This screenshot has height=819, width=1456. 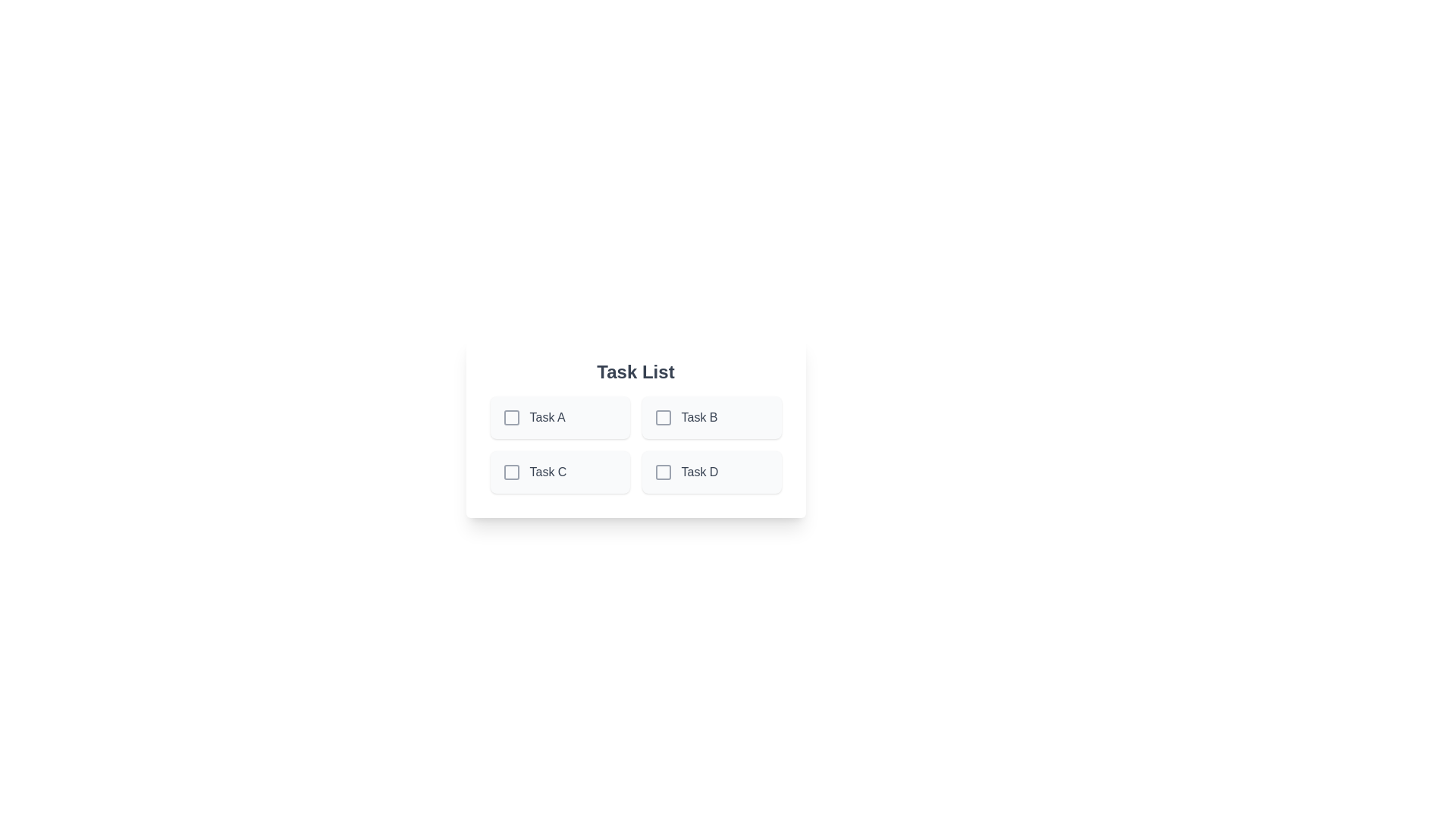 What do you see at coordinates (663, 418) in the screenshot?
I see `the task Task B by clicking on its checkbox` at bounding box center [663, 418].